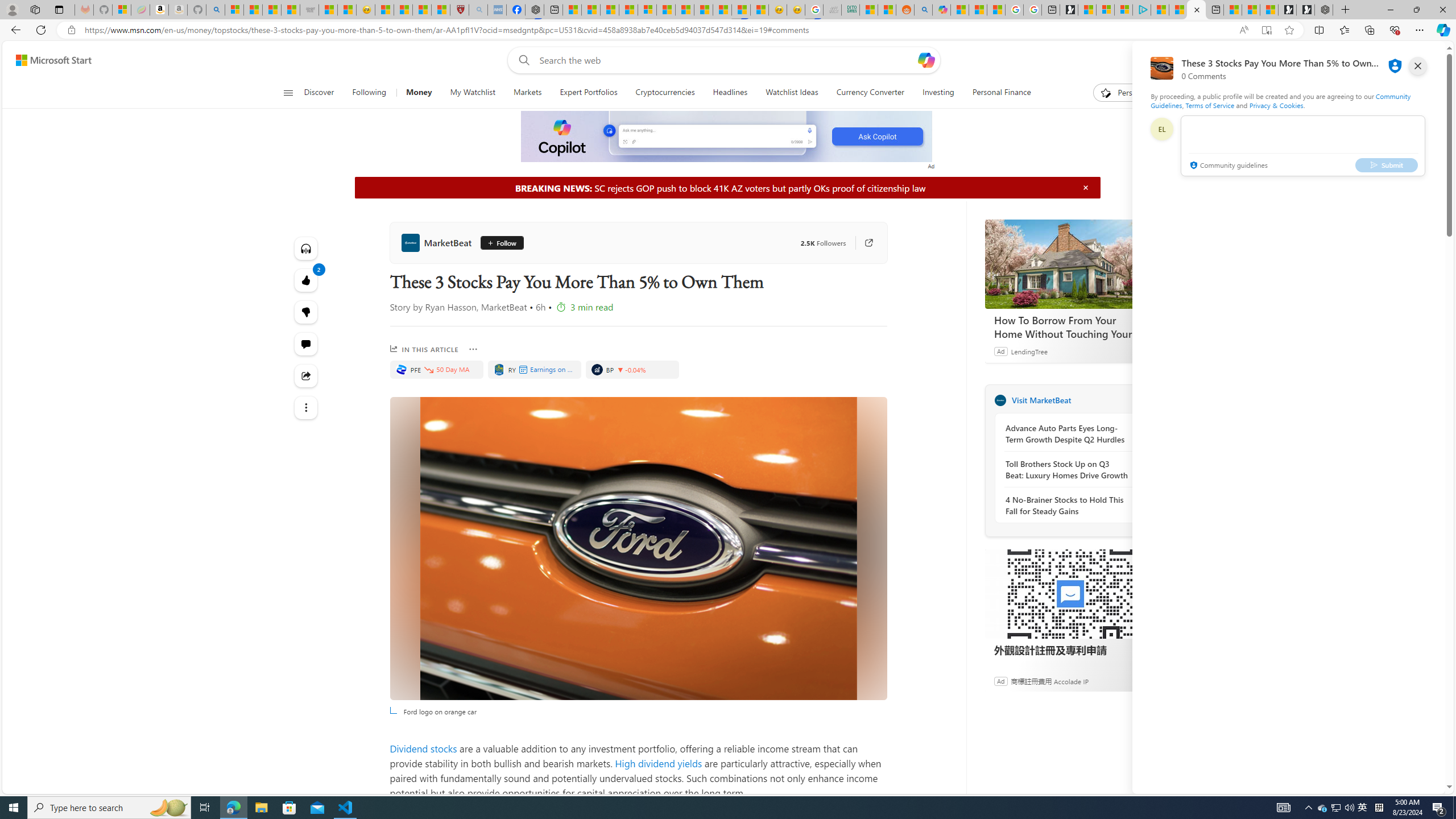  What do you see at coordinates (658, 763) in the screenshot?
I see `'High dividend yields'` at bounding box center [658, 763].